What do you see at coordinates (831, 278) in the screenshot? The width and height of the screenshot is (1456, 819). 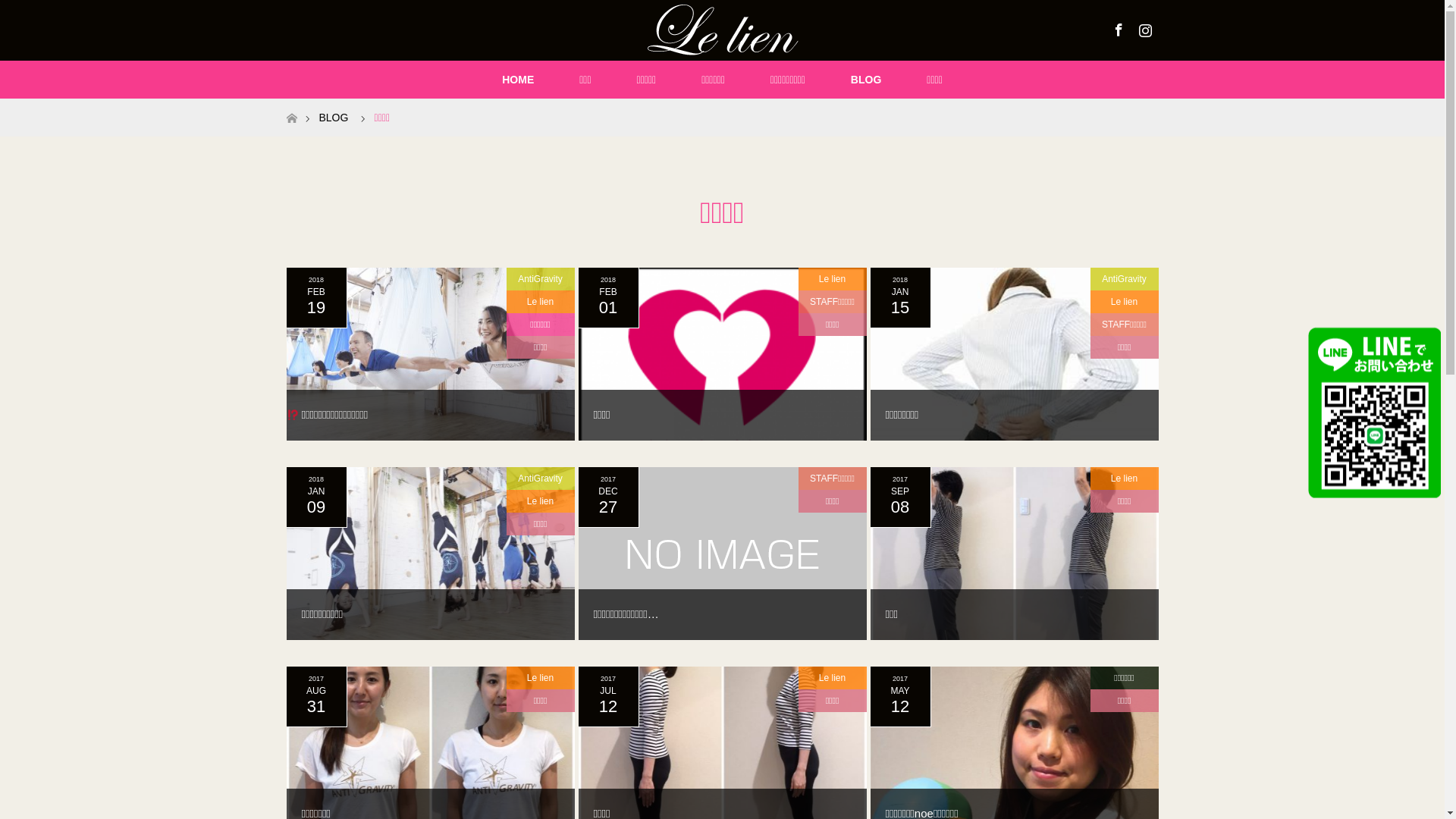 I see `'Le lien'` at bounding box center [831, 278].